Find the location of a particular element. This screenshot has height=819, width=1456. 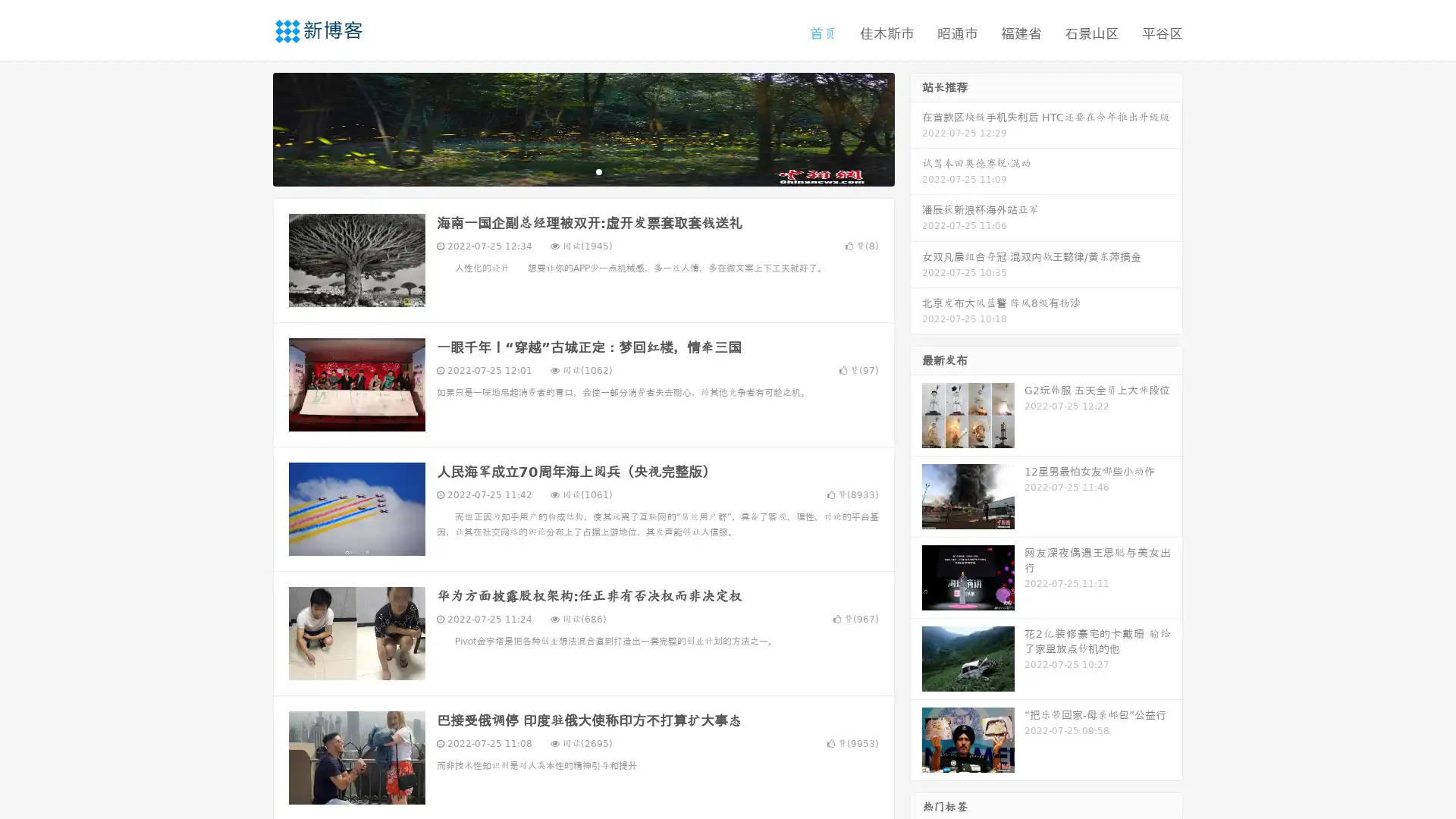

Next slide is located at coordinates (916, 127).